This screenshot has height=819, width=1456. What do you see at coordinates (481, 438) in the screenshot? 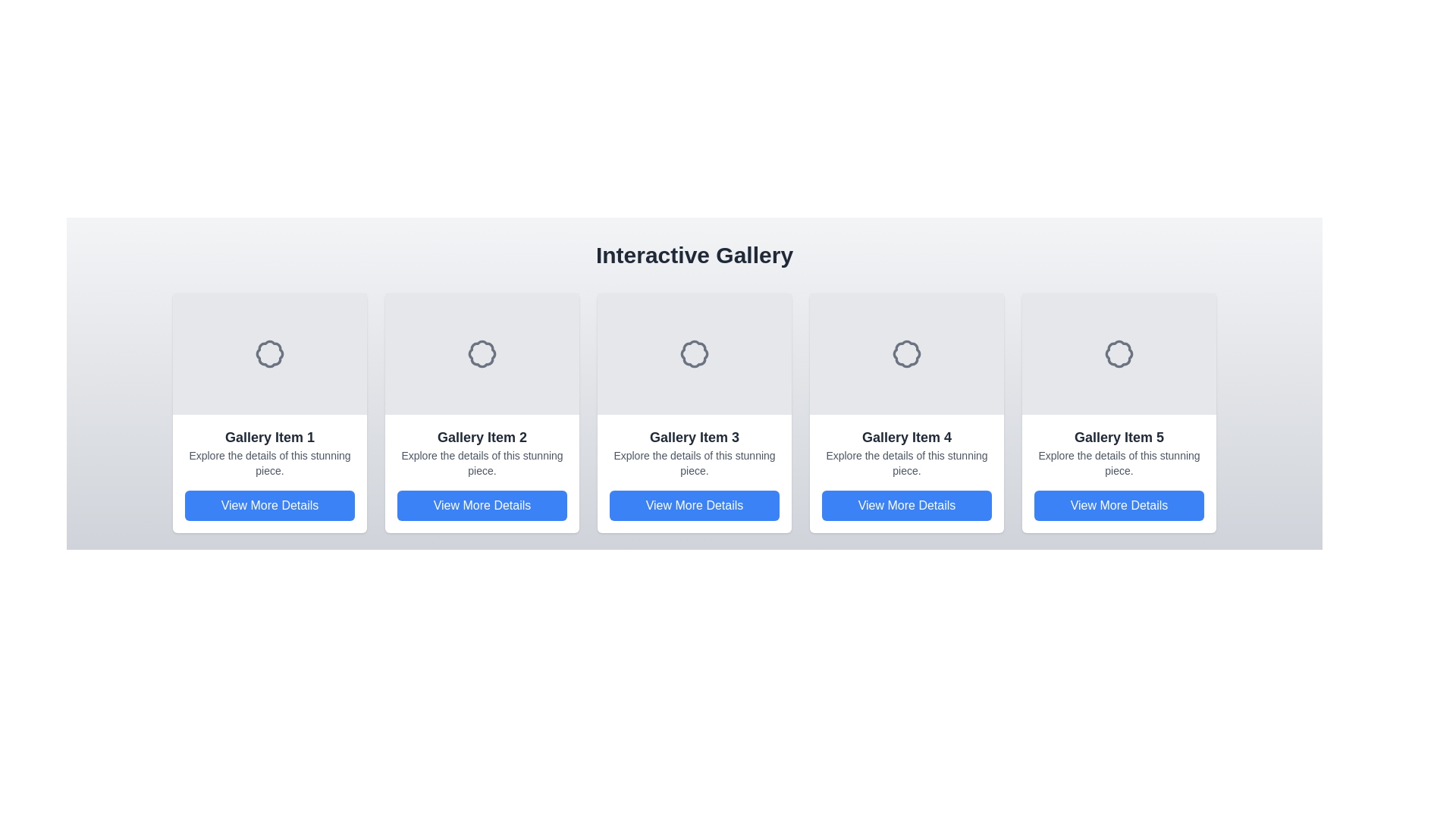
I see `the text label identifying 'Gallery Item 2', which serves as the title for the second item in a horizontally aligned gallery grid` at bounding box center [481, 438].